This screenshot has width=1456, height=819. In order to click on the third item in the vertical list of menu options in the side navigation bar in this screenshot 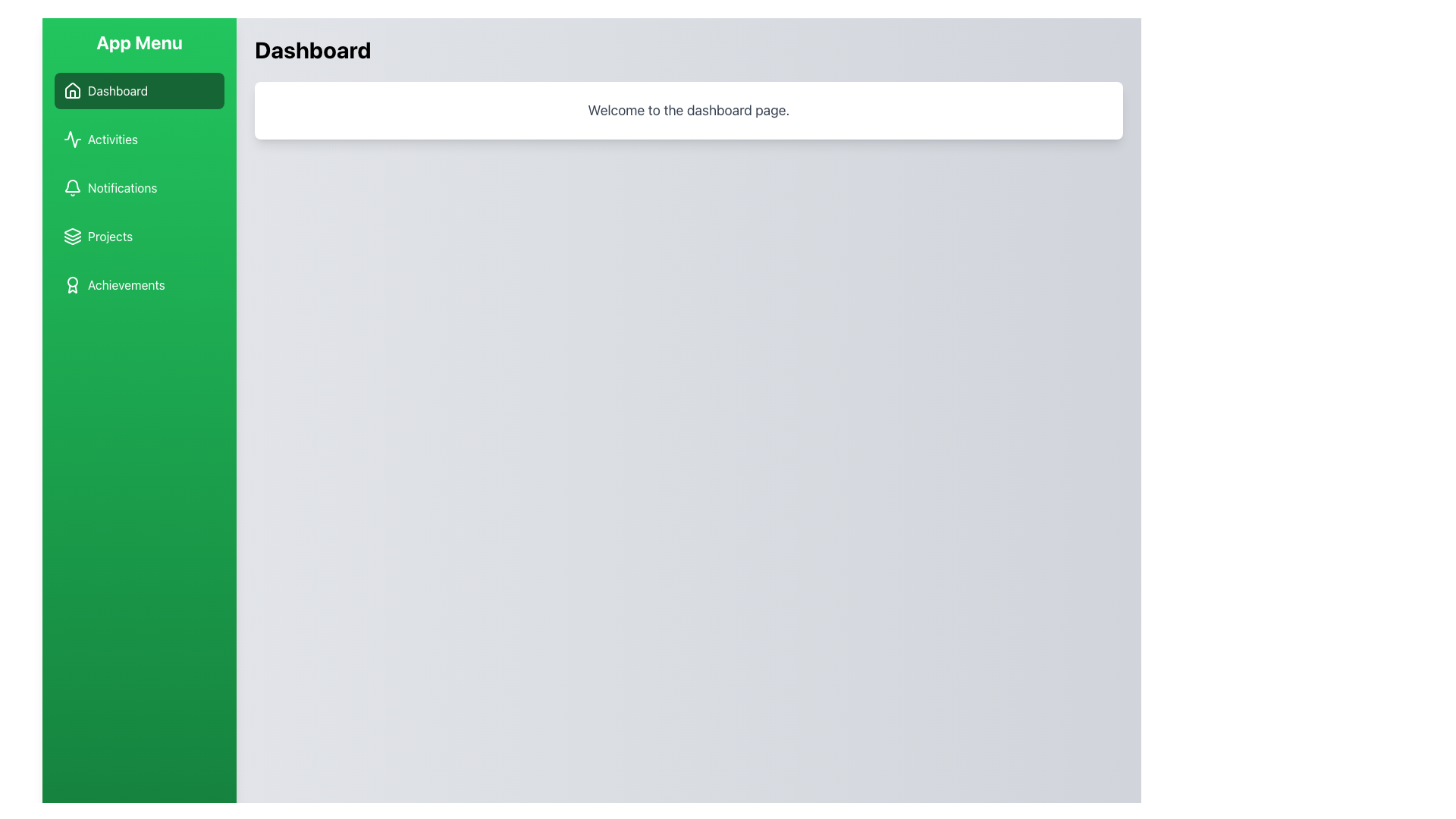, I will do `click(139, 187)`.